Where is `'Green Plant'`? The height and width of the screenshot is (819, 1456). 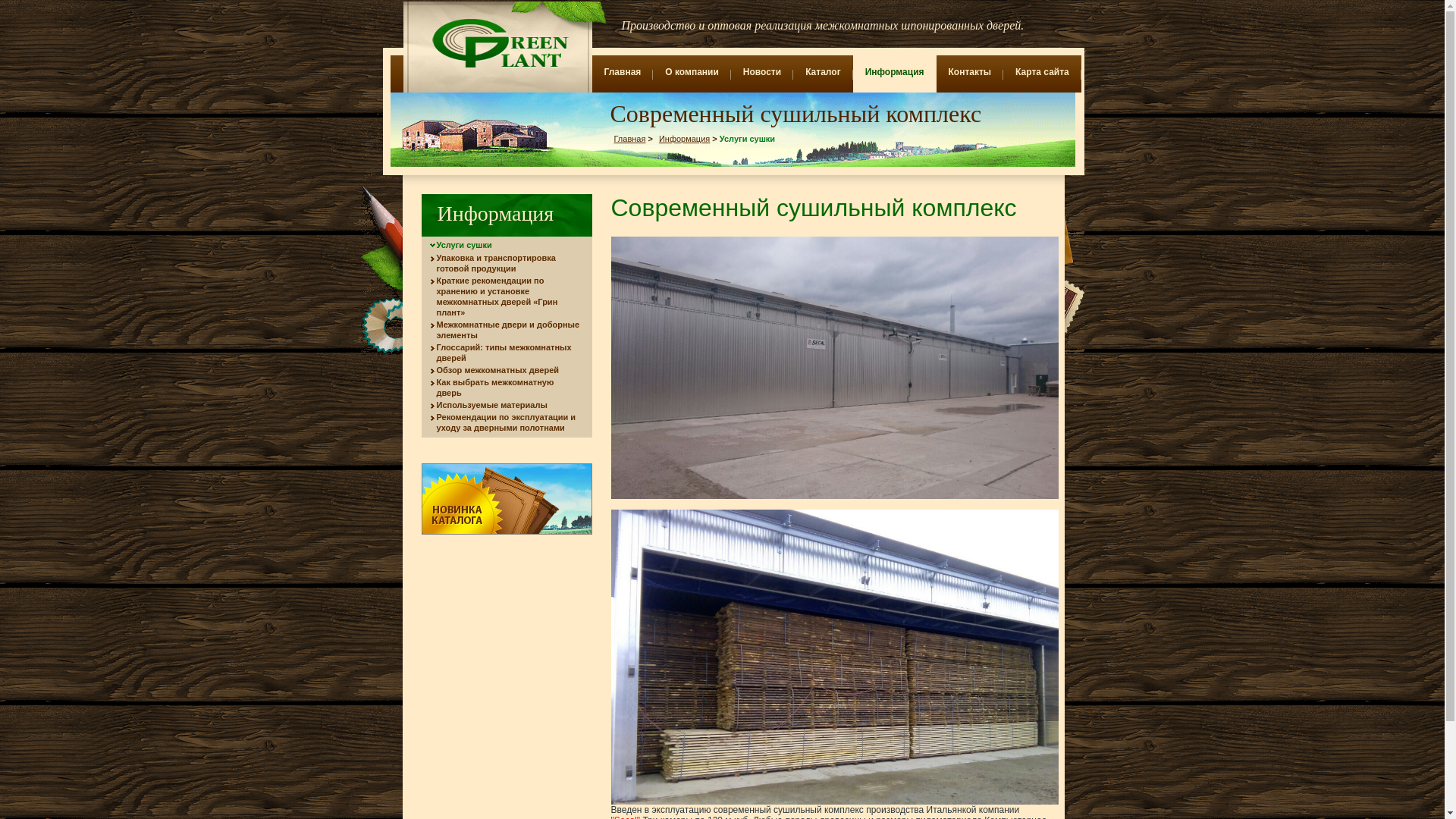 'Green Plant' is located at coordinates (497, 42).